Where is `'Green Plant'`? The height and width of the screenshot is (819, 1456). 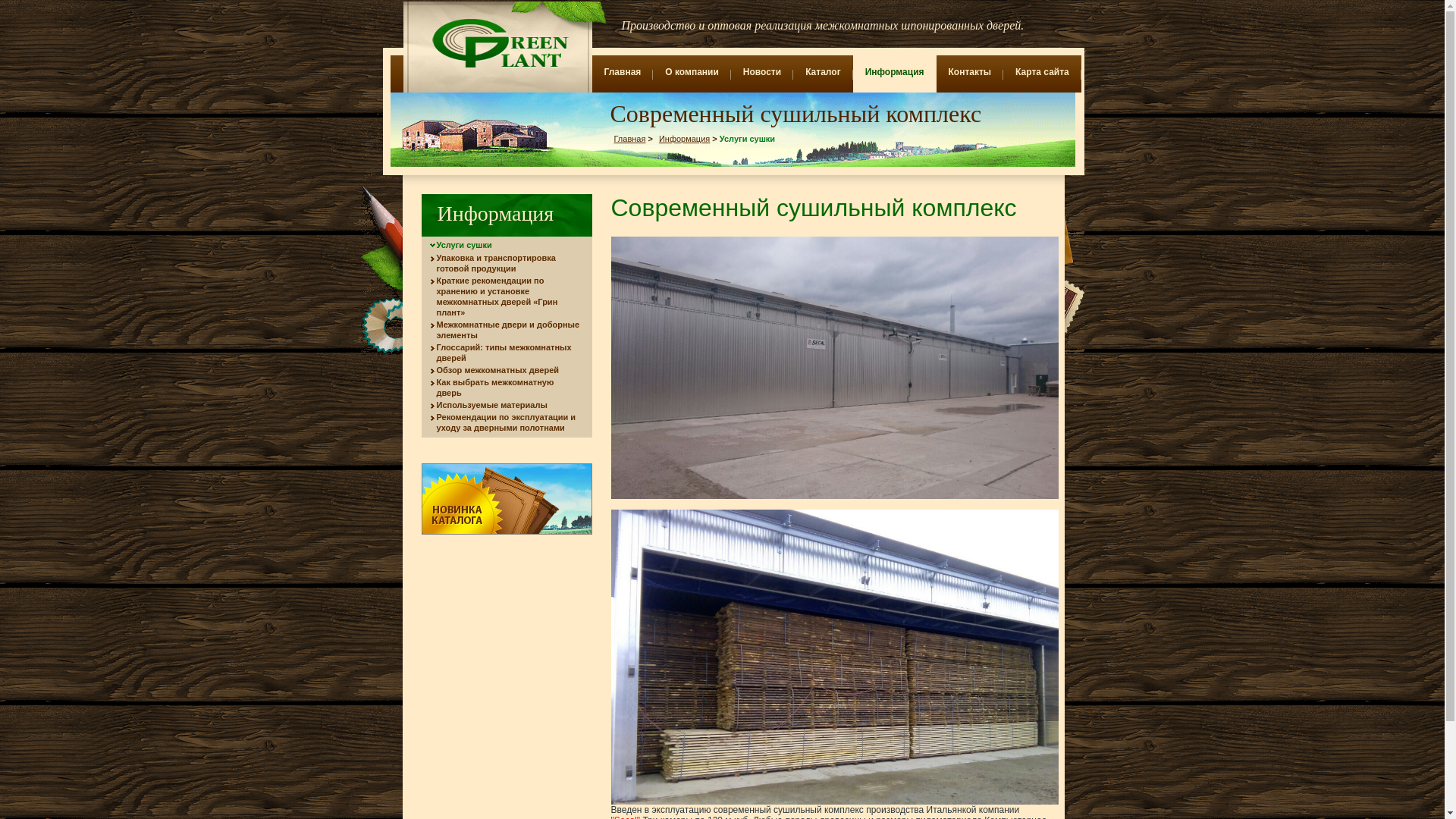 'Green Plant' is located at coordinates (497, 42).